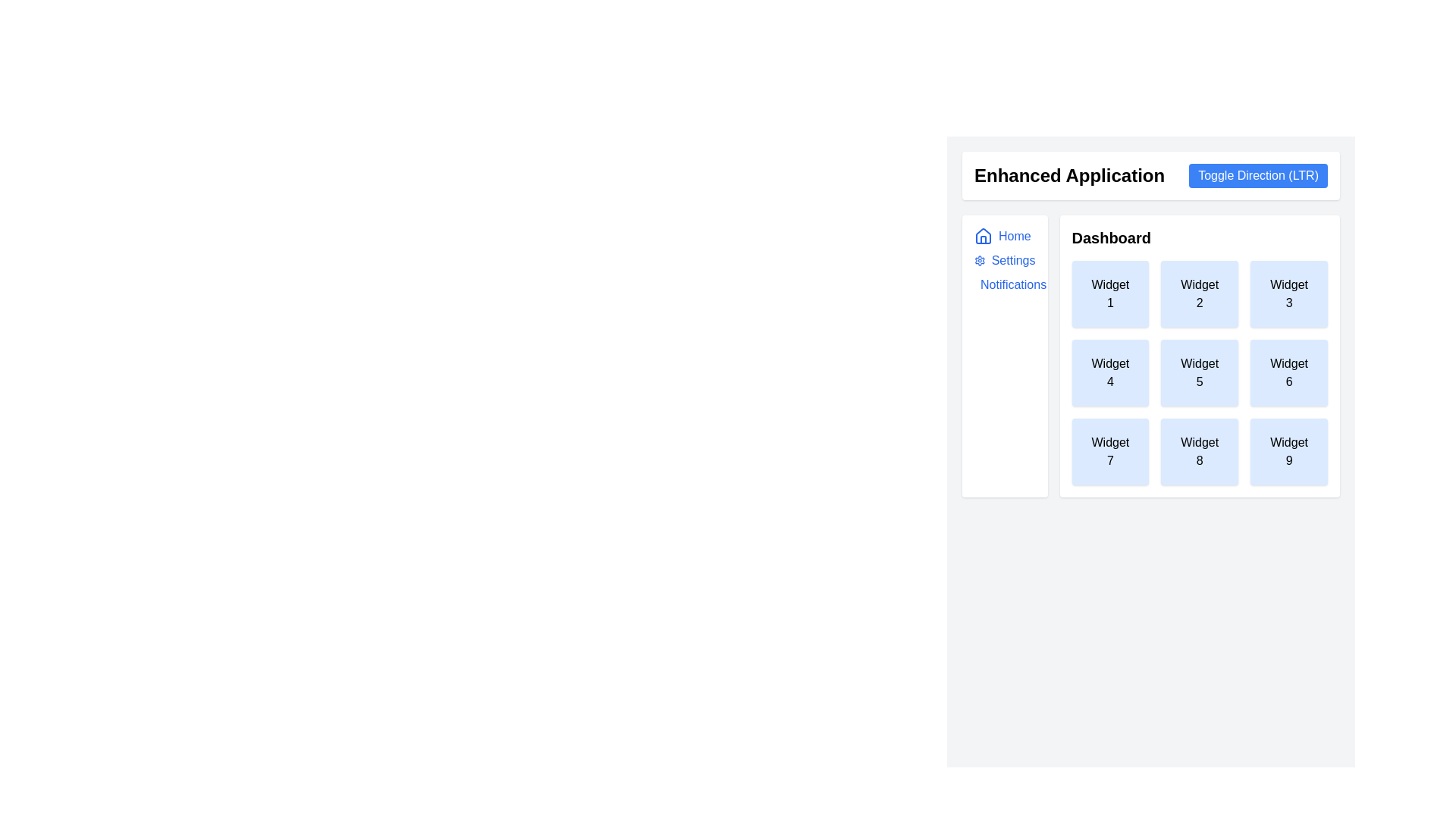 Image resolution: width=1456 pixels, height=819 pixels. What do you see at coordinates (1013, 284) in the screenshot?
I see `the 'Notifications' text-based hyperlink` at bounding box center [1013, 284].